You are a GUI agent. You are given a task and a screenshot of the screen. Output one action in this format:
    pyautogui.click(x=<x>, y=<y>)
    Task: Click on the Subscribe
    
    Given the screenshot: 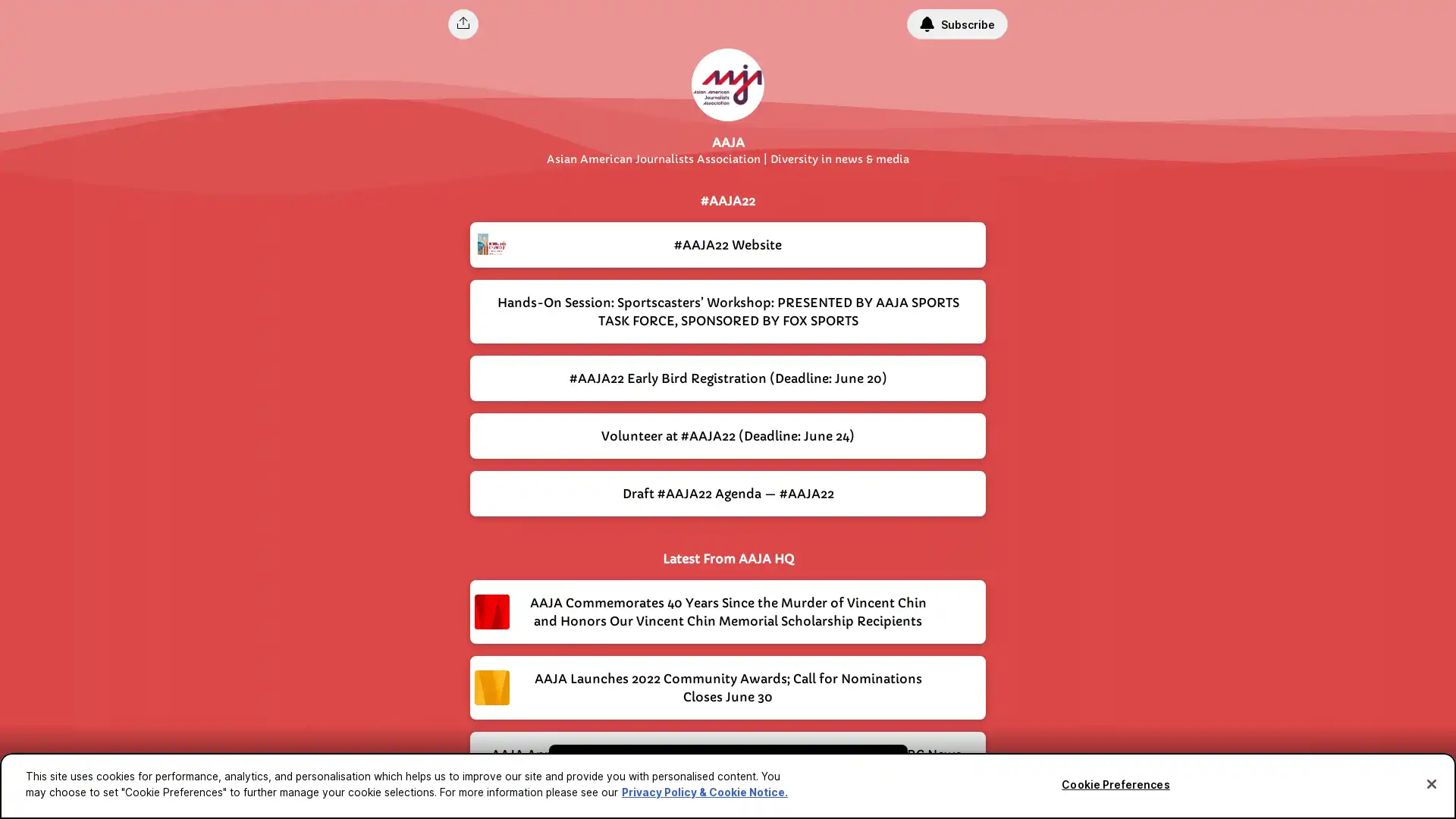 What is the action you would take?
    pyautogui.click(x=956, y=24)
    